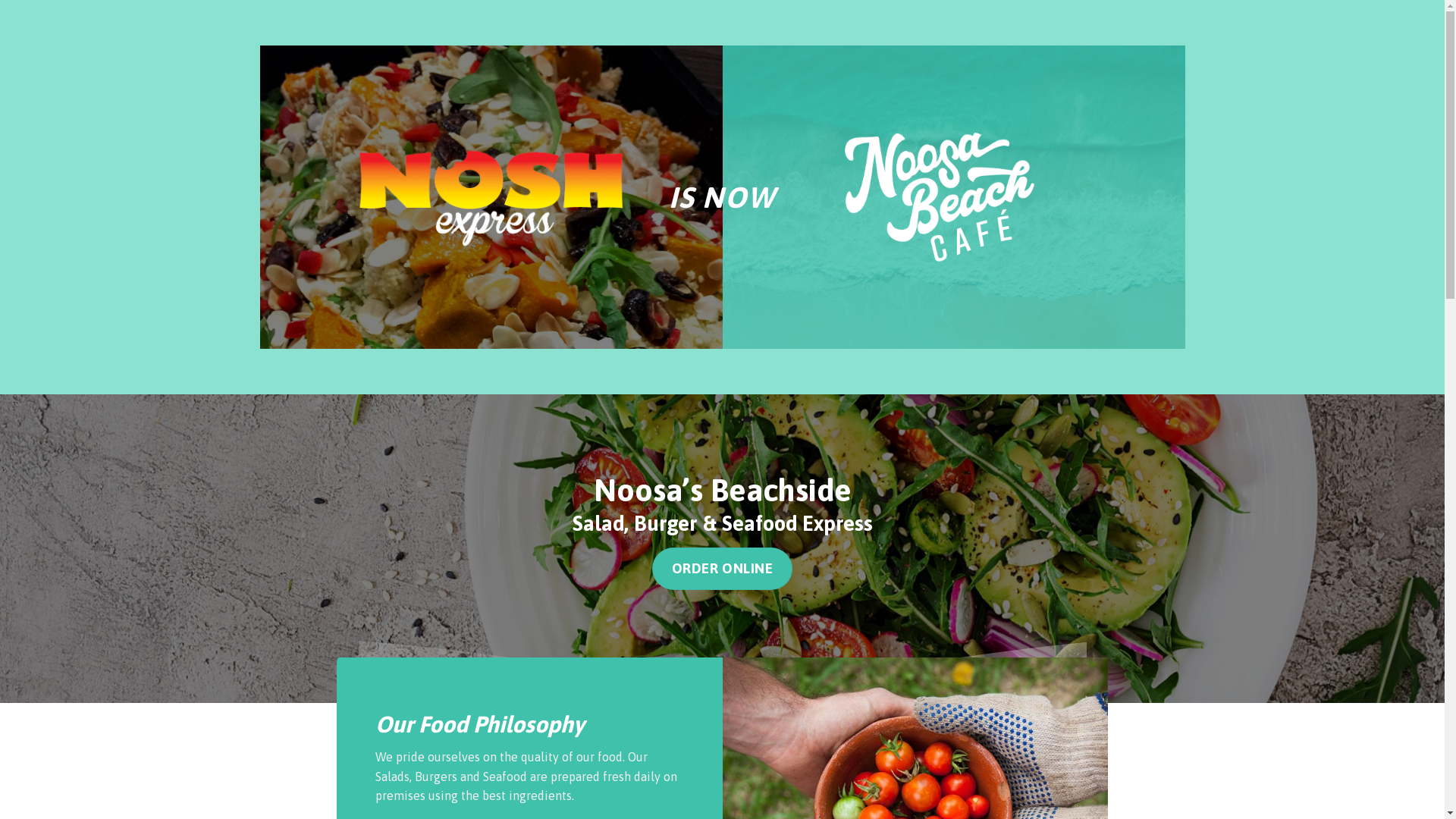  I want to click on 'ORDER ONLINE', so click(722, 568).